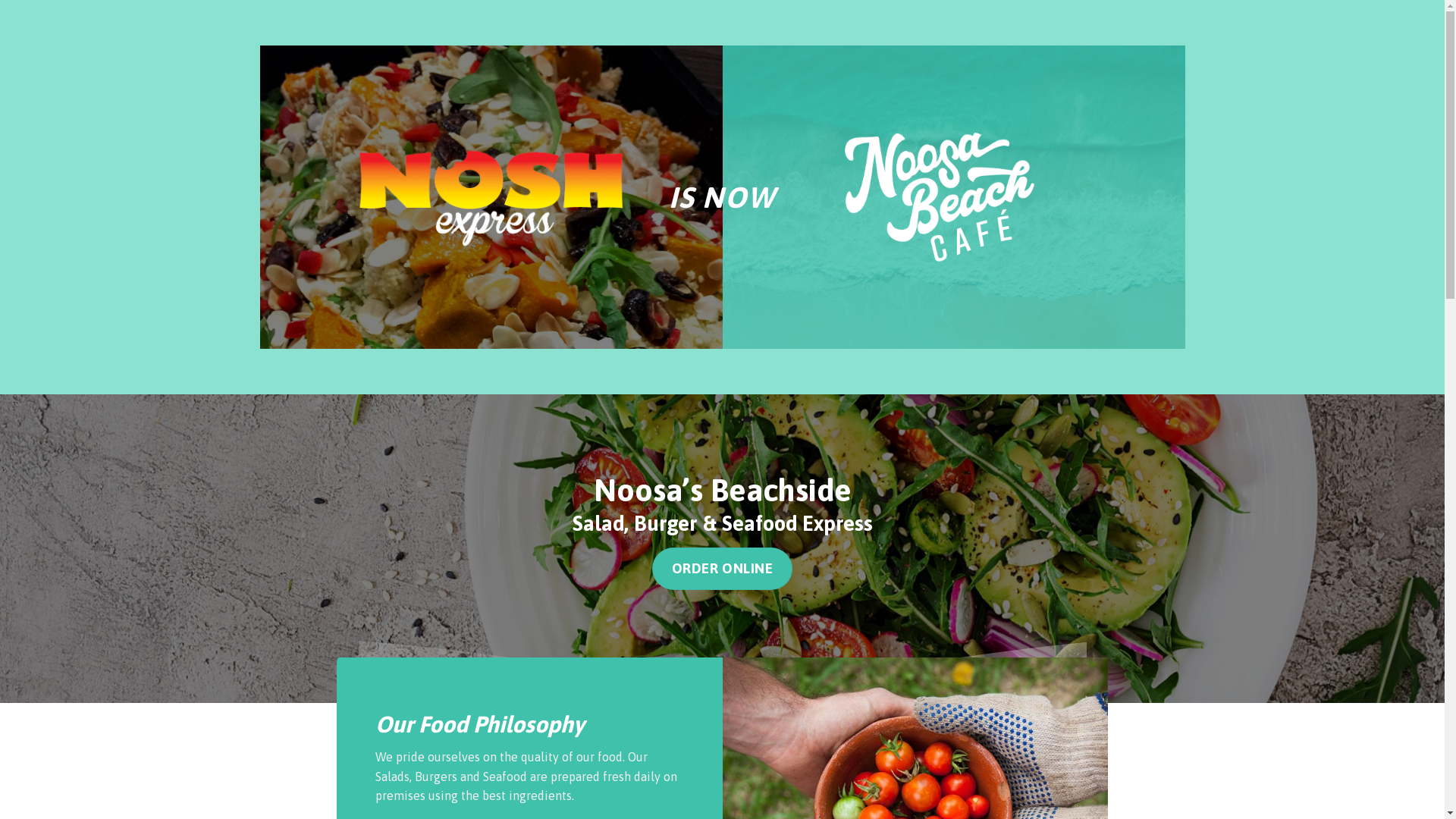  I want to click on 'ORDER ONLINE', so click(722, 568).